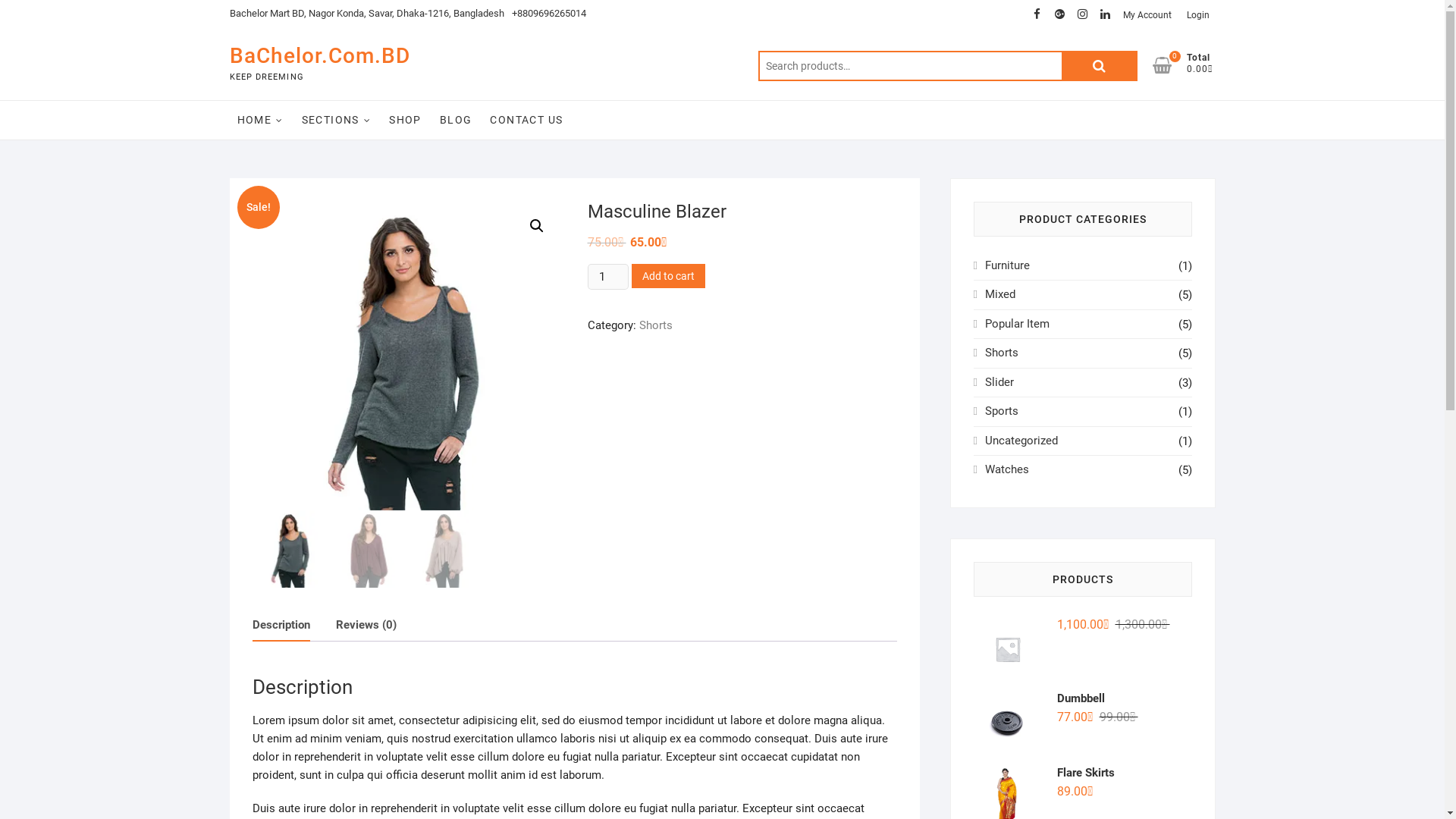  I want to click on 'Reviews (0)', so click(365, 625).